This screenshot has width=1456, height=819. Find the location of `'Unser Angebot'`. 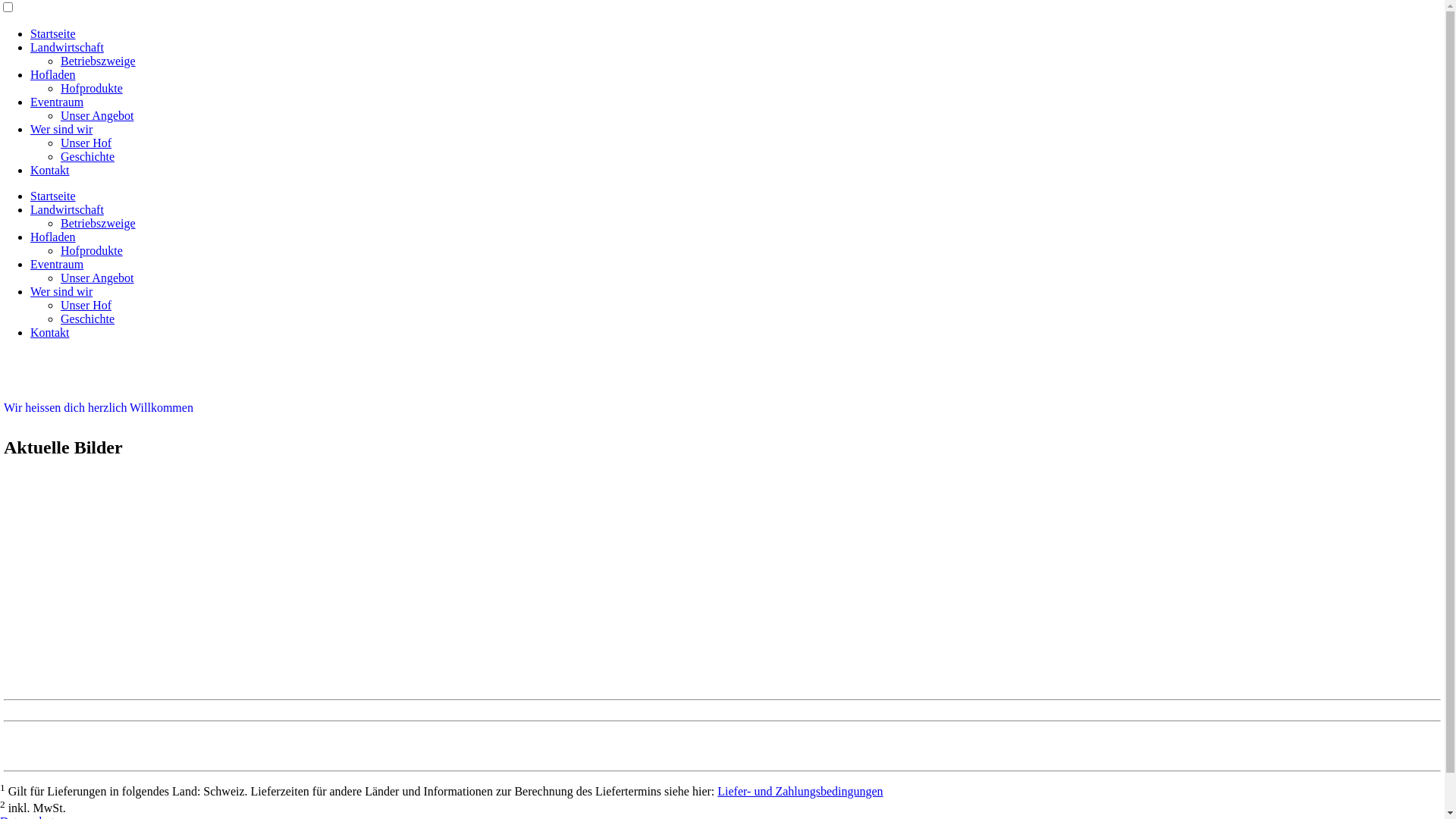

'Unser Angebot' is located at coordinates (61, 278).